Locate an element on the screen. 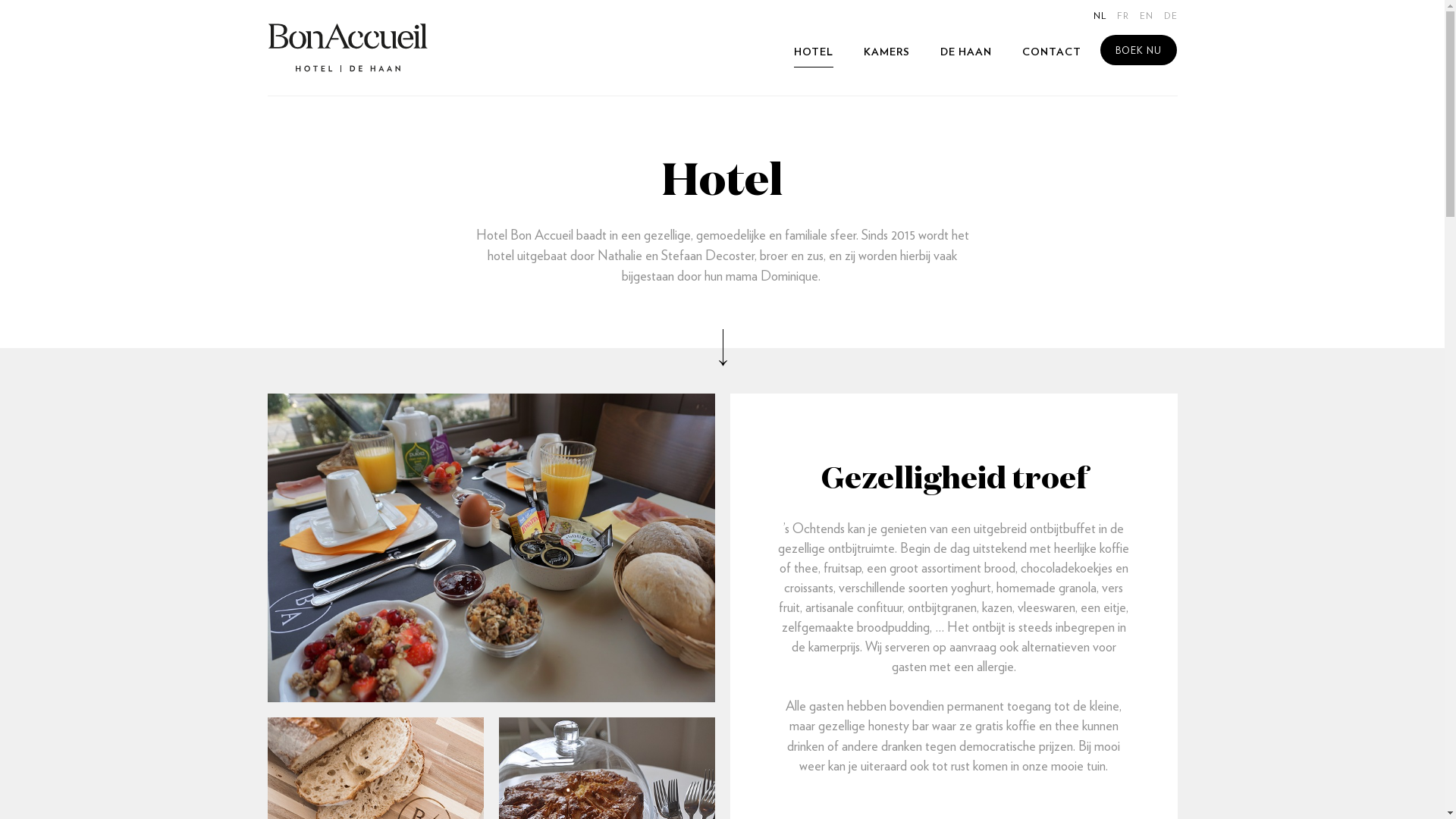 The width and height of the screenshot is (1456, 819). 'KAMERS' is located at coordinates (886, 52).